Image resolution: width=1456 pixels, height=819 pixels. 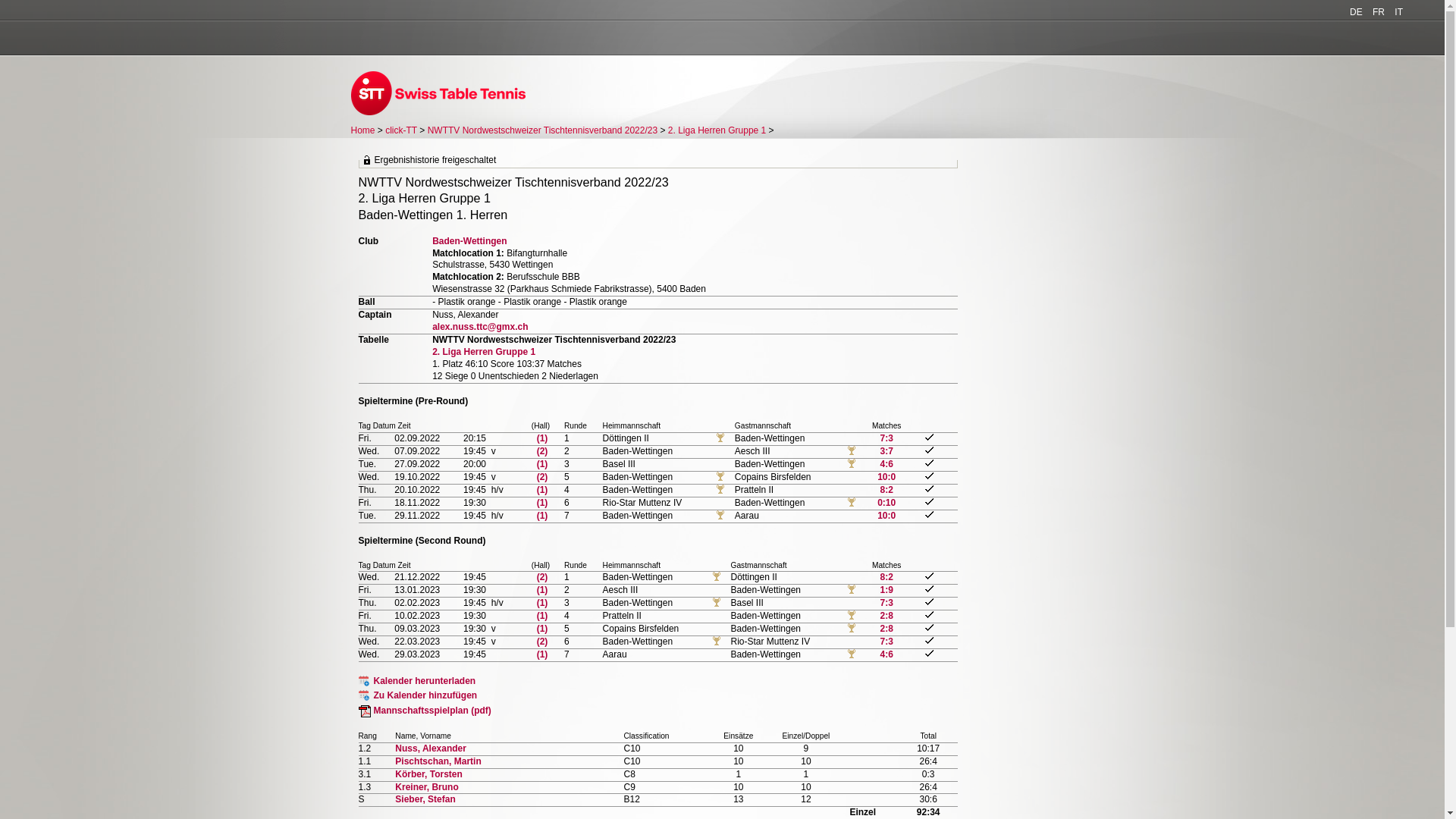 I want to click on 'FR', so click(x=1379, y=11).